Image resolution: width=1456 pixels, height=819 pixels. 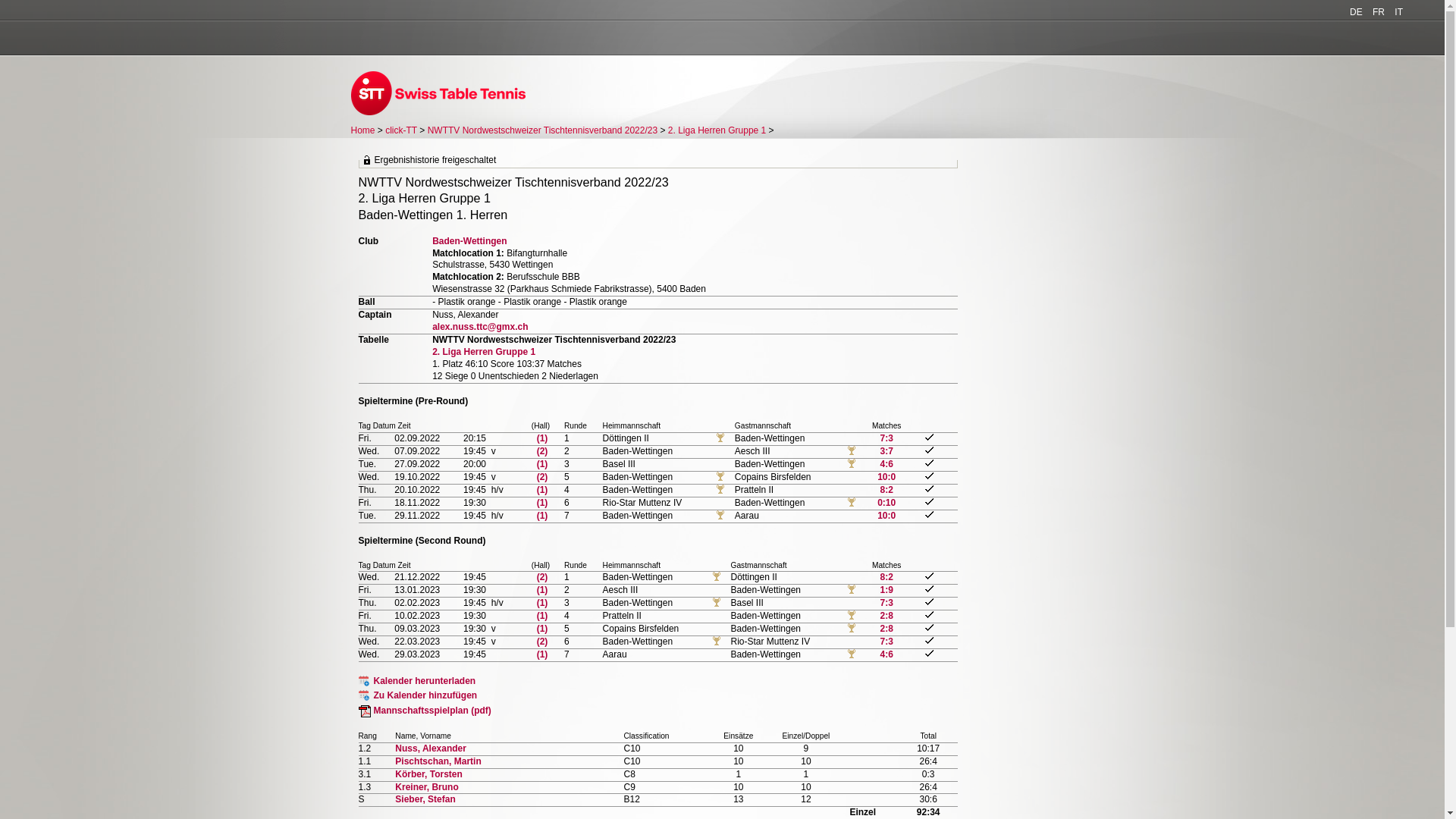 I want to click on 'FR', so click(x=1379, y=11).